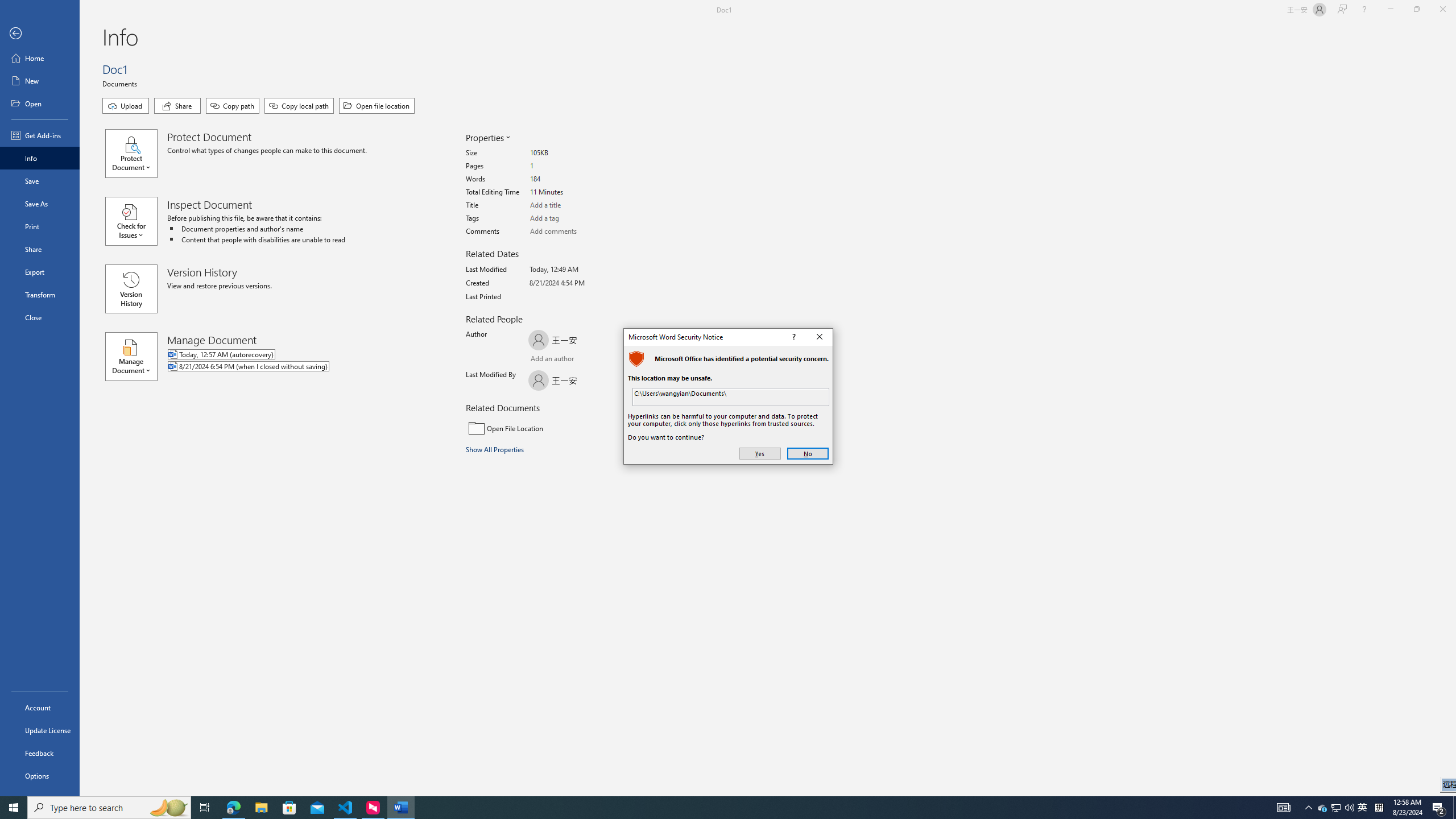  What do you see at coordinates (39, 730) in the screenshot?
I see `'Update License'` at bounding box center [39, 730].